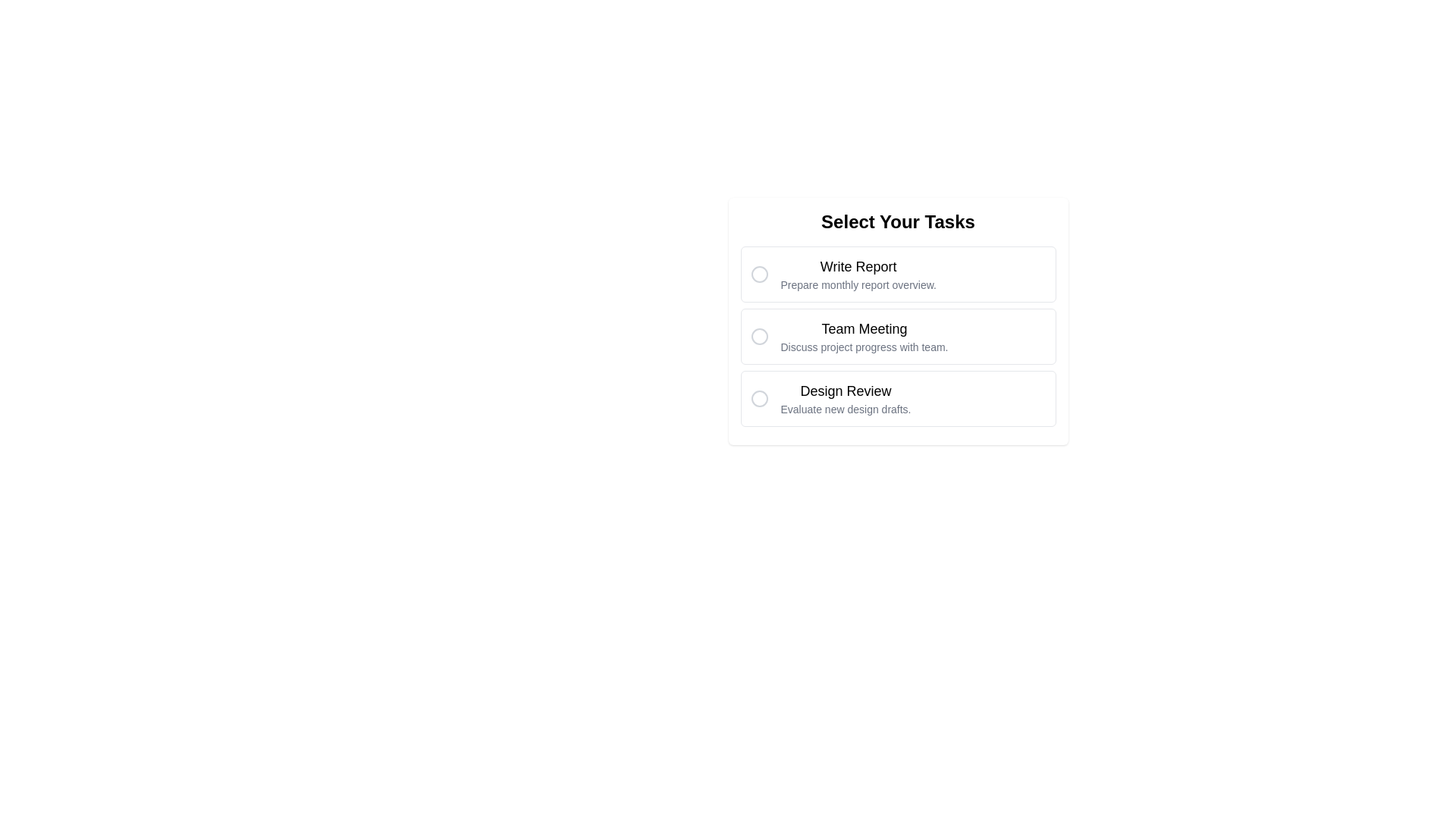  I want to click on the radio button, so click(898, 335).